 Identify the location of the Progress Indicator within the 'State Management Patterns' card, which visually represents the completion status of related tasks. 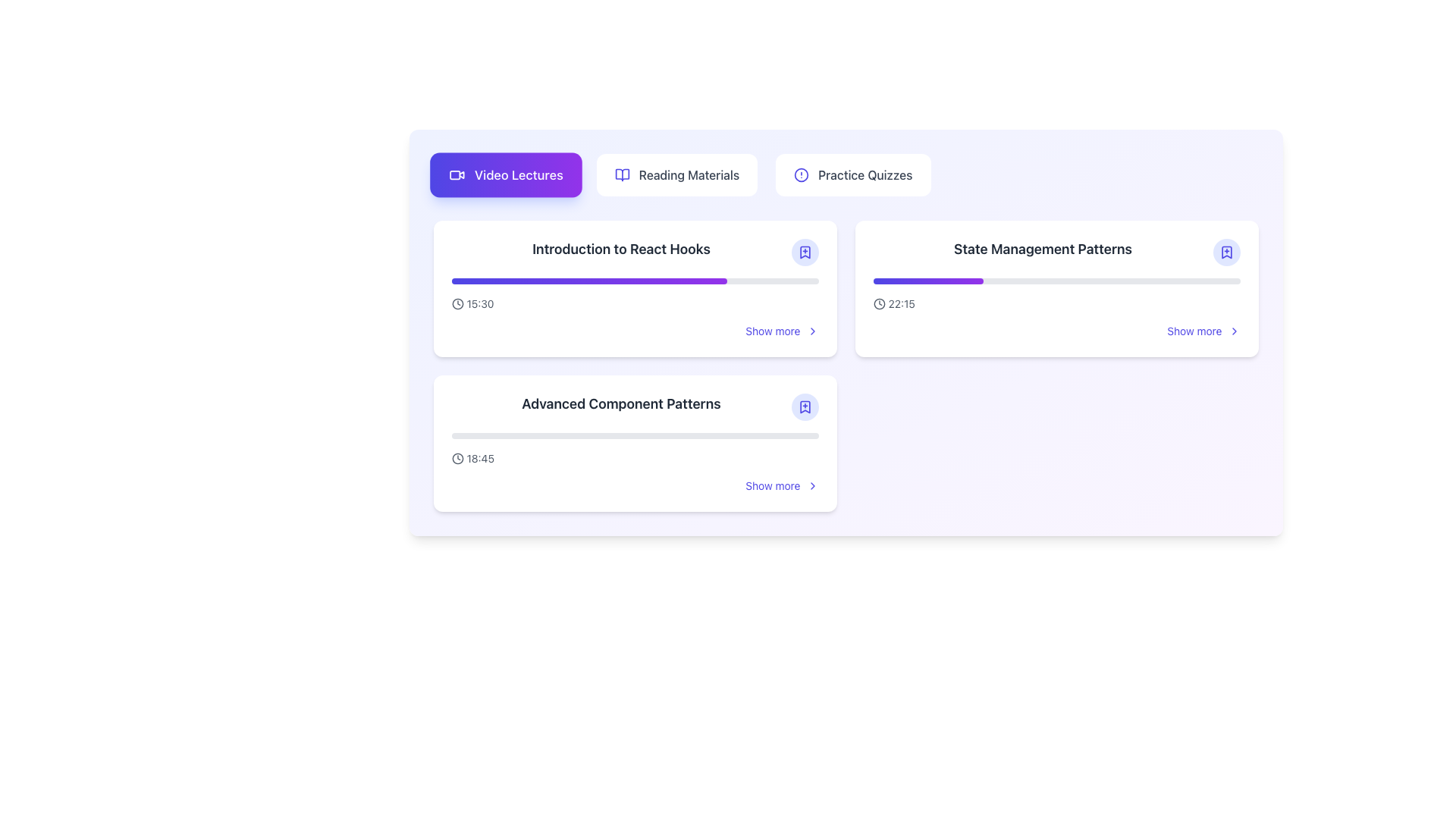
(927, 281).